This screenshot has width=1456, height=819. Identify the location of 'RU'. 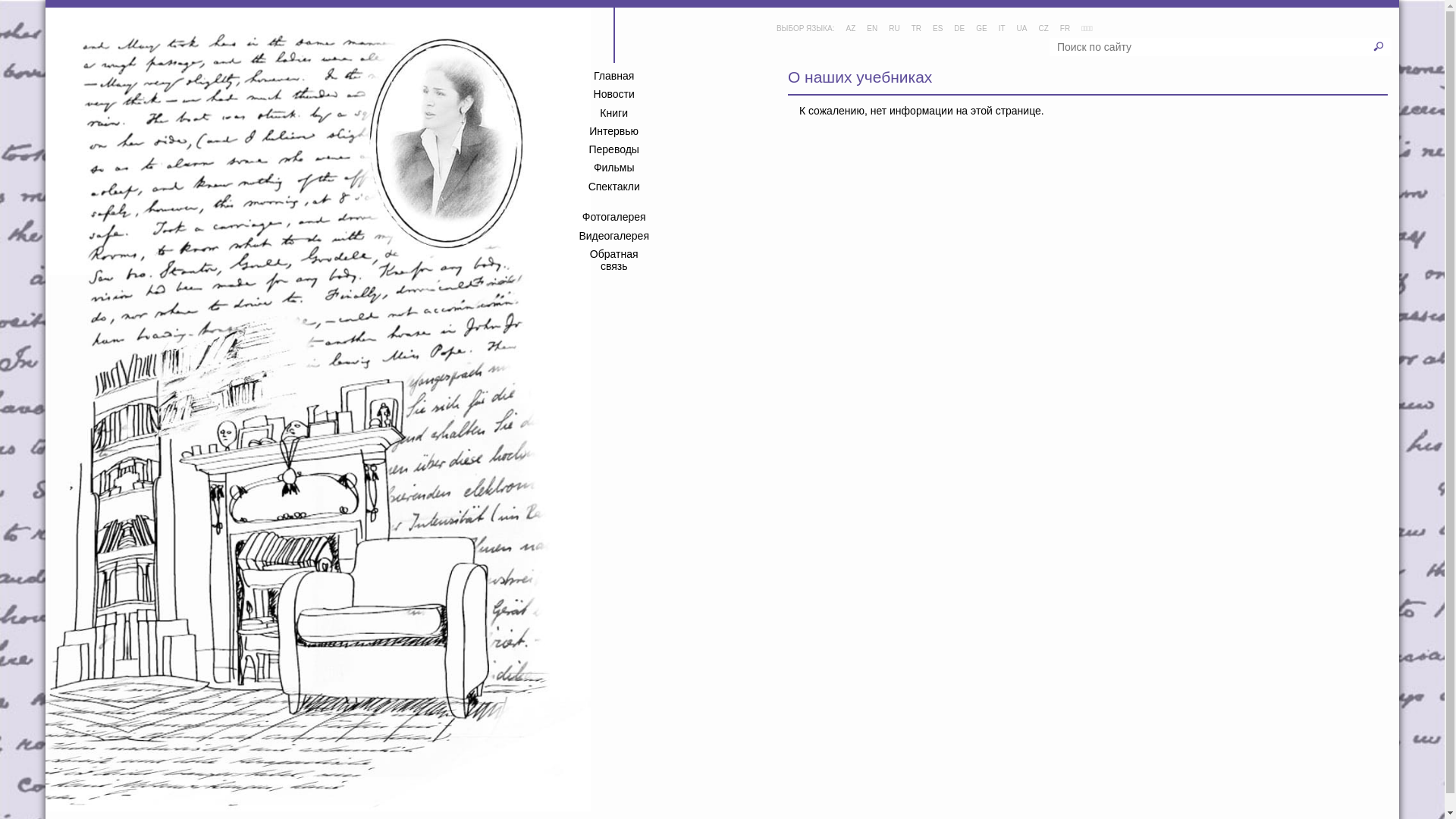
(894, 29).